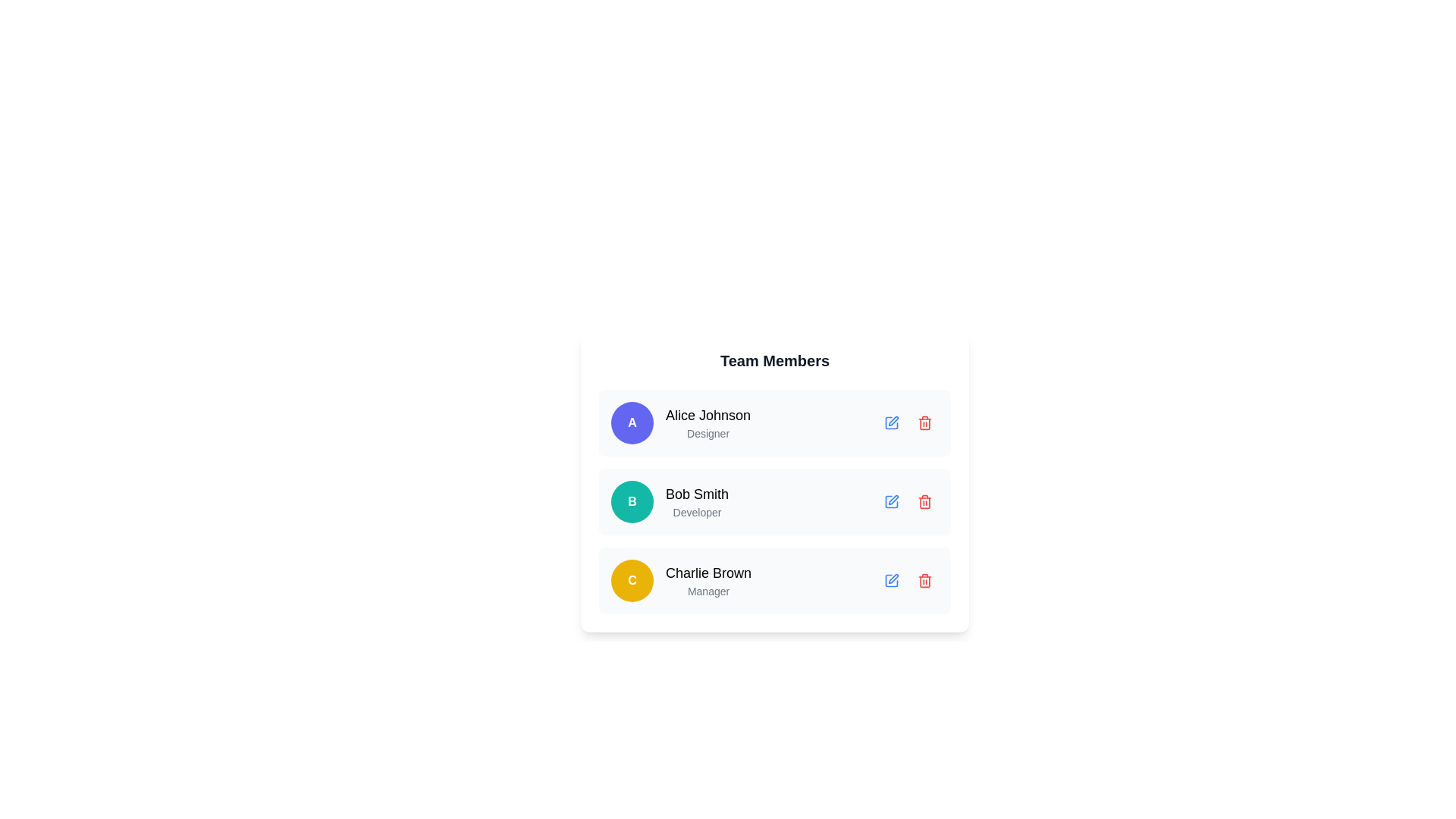 The image size is (1456, 819). Describe the element at coordinates (908, 423) in the screenshot. I see `the edit button located within the top row of the team members list, aligned to the right of 'Alice Johnson Designer' information block to modify the information` at that location.